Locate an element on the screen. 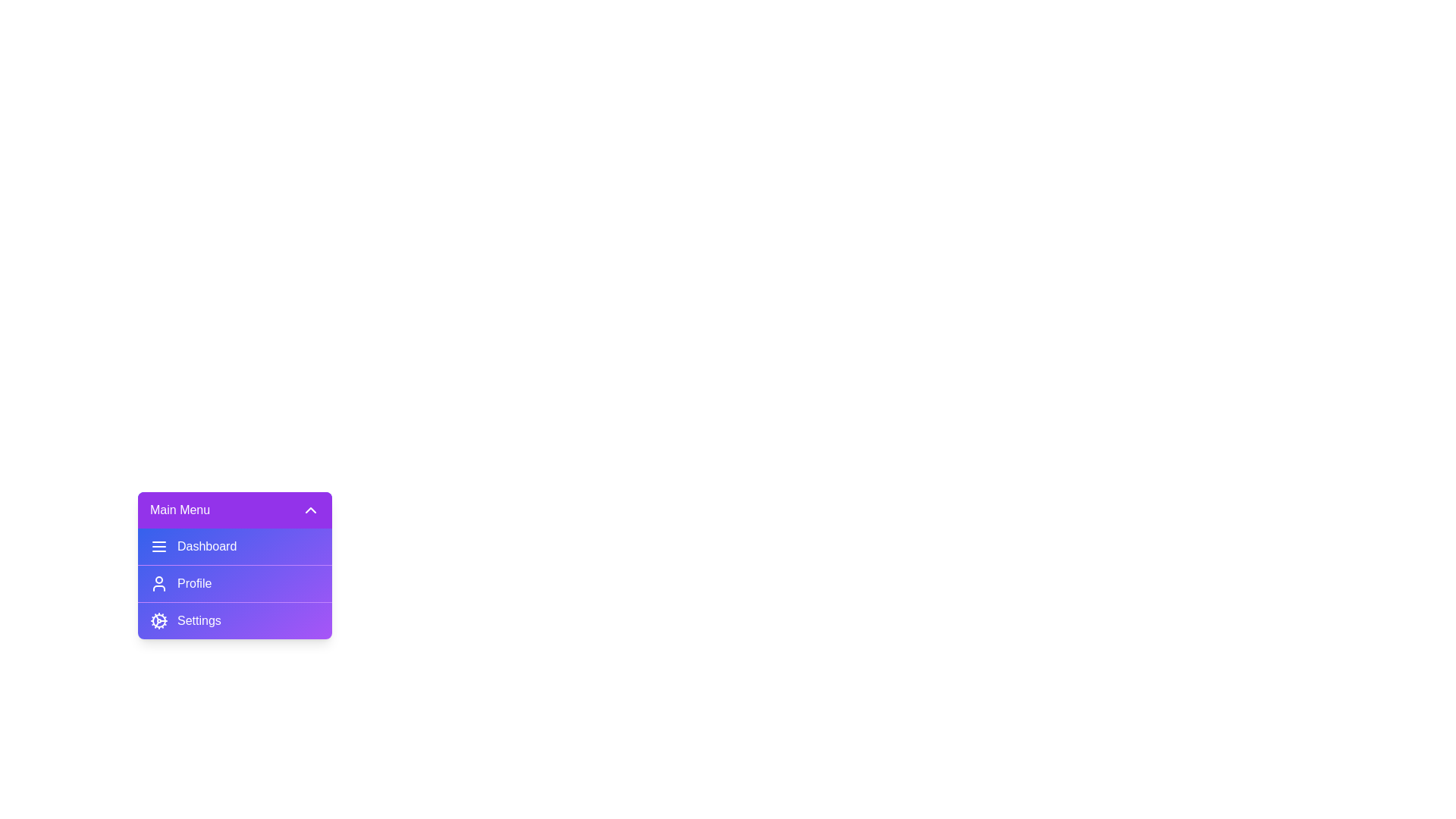 This screenshot has width=1456, height=819. the profile button, which is the second item in the vertical menu under 'Main Menu', located between 'Dashboard' and 'Settings' is located at coordinates (234, 582).